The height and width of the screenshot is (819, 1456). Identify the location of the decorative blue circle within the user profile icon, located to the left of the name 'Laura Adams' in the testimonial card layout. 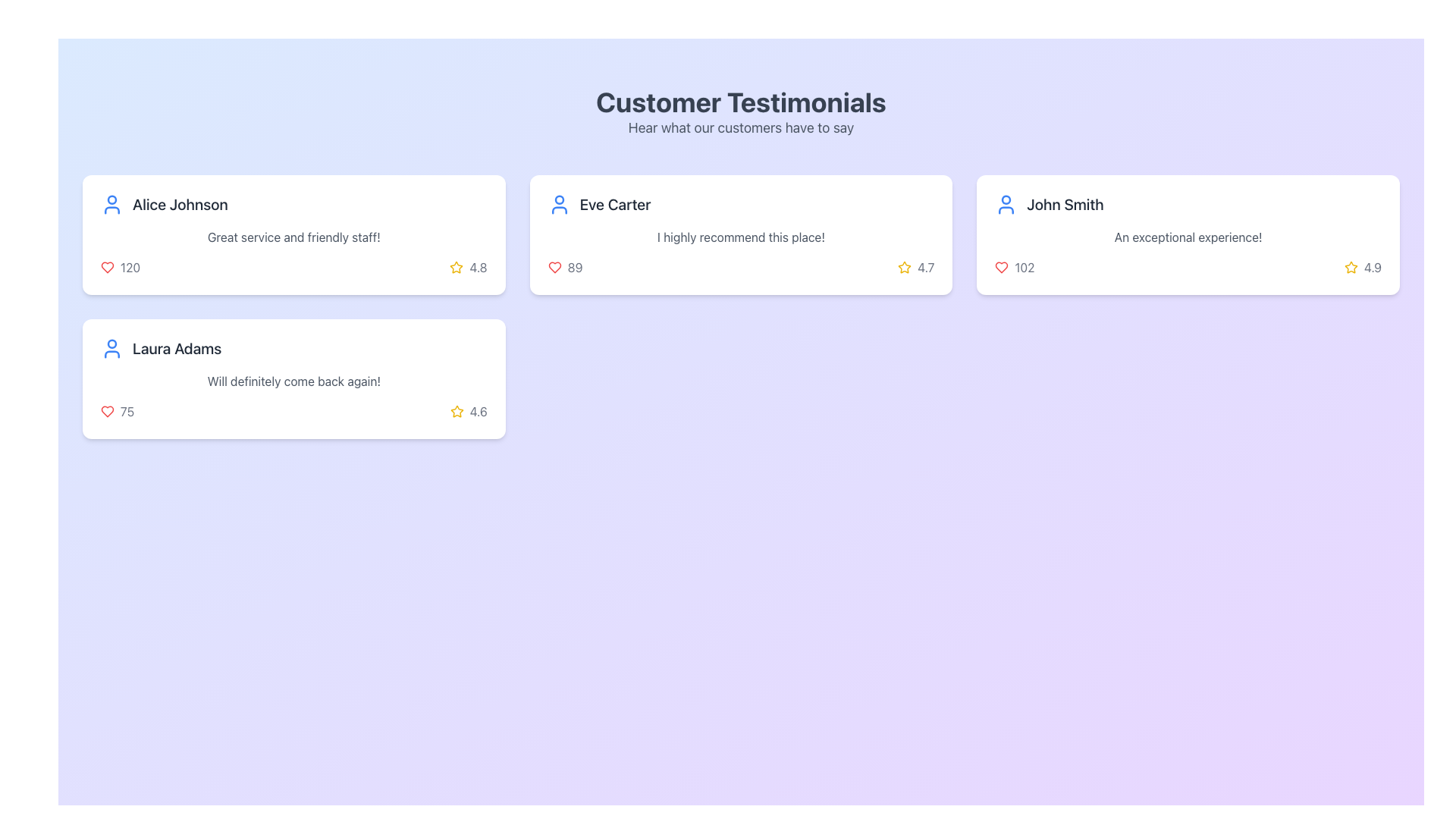
(111, 344).